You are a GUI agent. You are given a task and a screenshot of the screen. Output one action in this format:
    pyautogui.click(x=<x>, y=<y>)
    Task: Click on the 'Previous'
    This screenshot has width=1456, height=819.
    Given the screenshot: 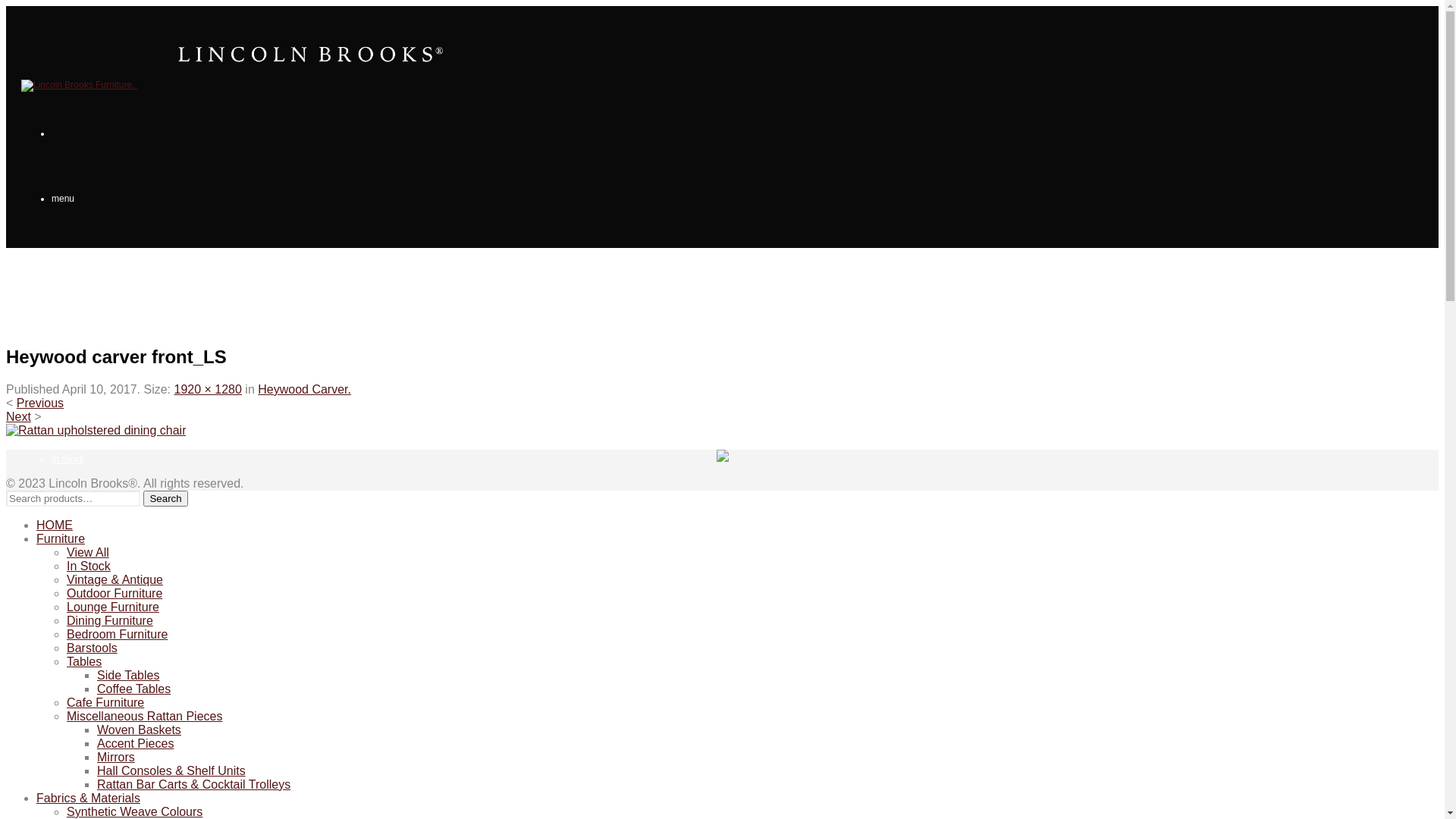 What is the action you would take?
    pyautogui.click(x=39, y=402)
    